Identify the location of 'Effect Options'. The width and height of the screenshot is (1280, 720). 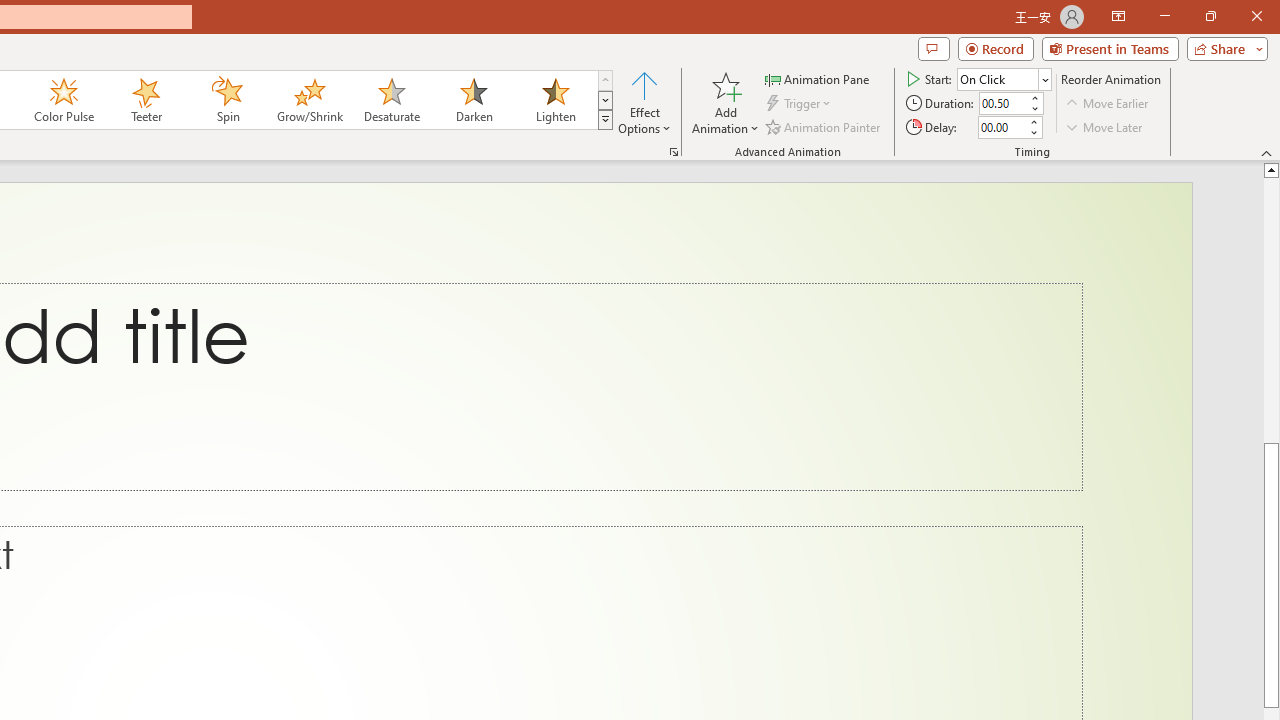
(645, 103).